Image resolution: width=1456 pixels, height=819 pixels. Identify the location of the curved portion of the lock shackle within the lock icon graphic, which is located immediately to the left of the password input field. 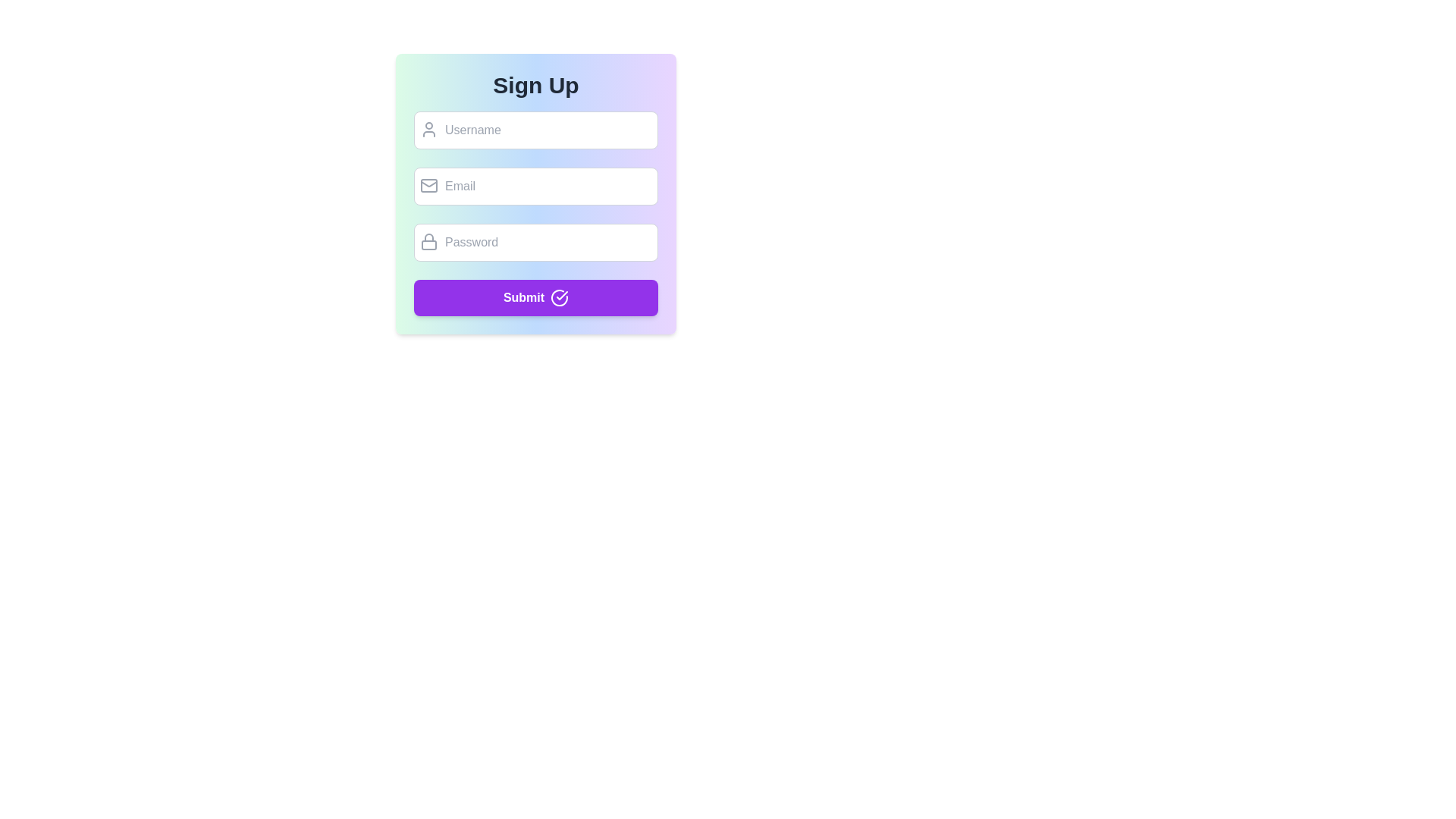
(428, 237).